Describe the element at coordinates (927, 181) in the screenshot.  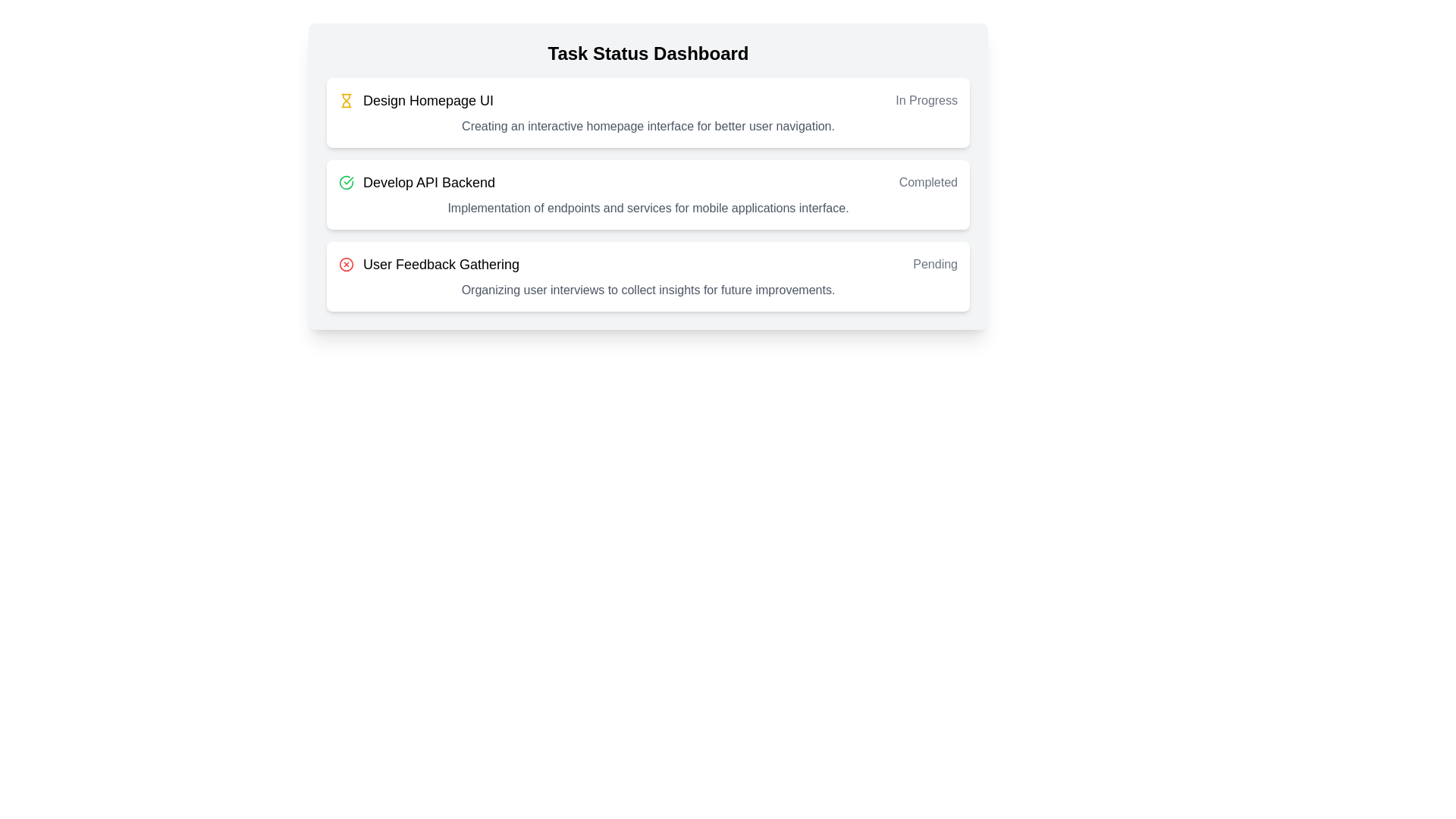
I see `the text label displaying 'Completed' in the task entry for 'Develop API Backend' in the task list card` at that location.